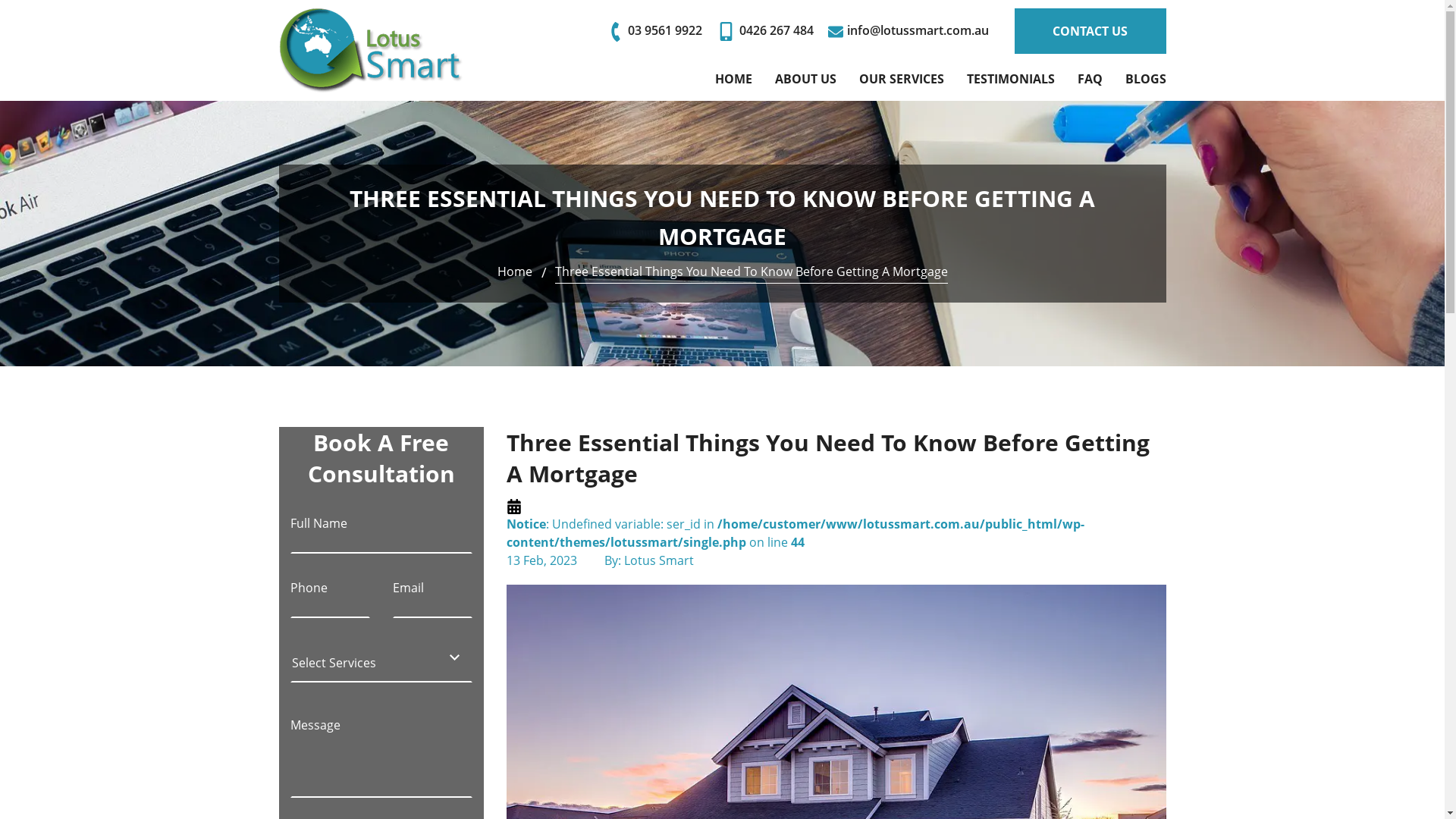  Describe the element at coordinates (805, 79) in the screenshot. I see `'ABOUT US'` at that location.